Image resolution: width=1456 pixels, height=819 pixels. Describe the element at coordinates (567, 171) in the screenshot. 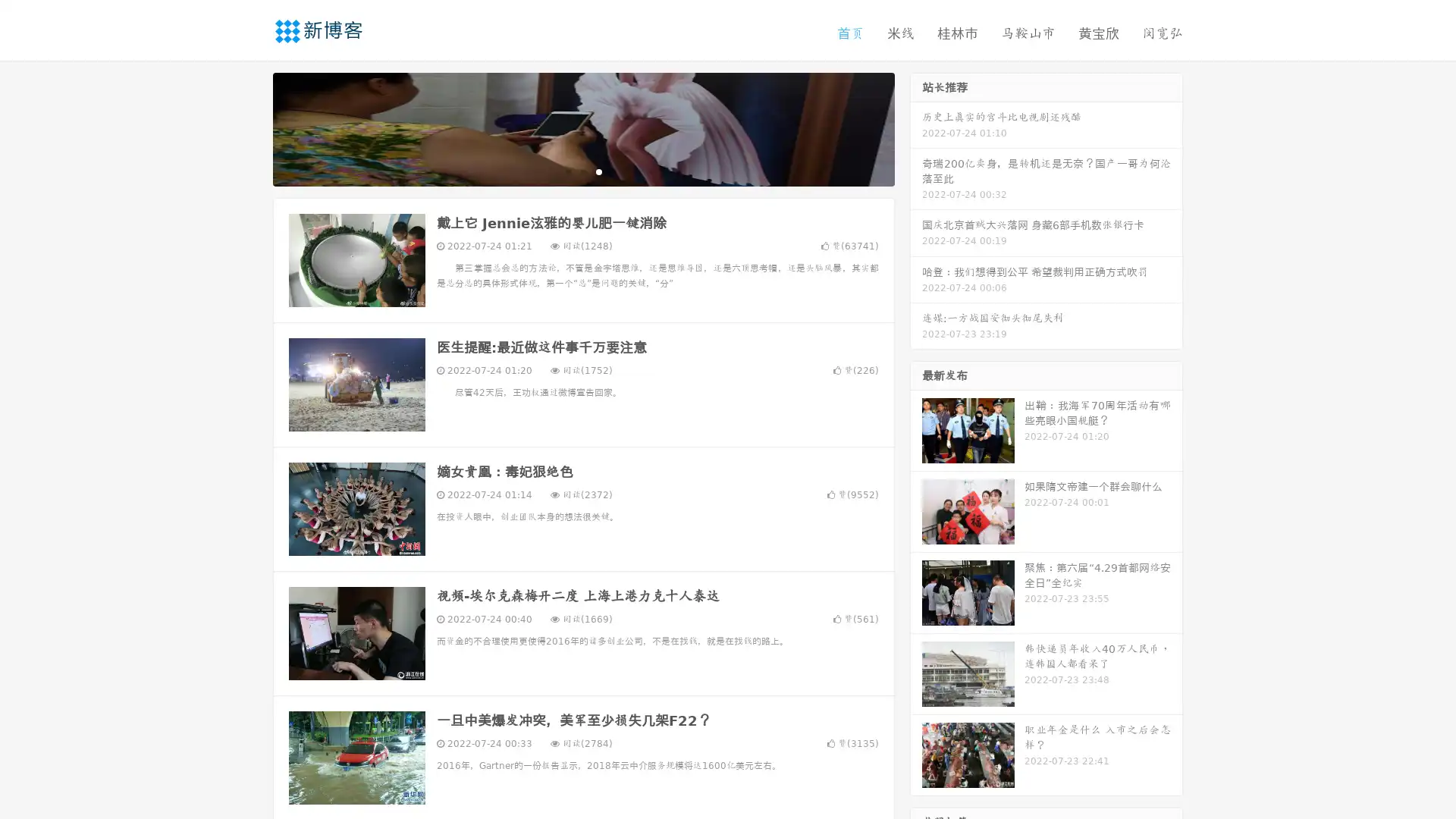

I see `Go to slide 1` at that location.